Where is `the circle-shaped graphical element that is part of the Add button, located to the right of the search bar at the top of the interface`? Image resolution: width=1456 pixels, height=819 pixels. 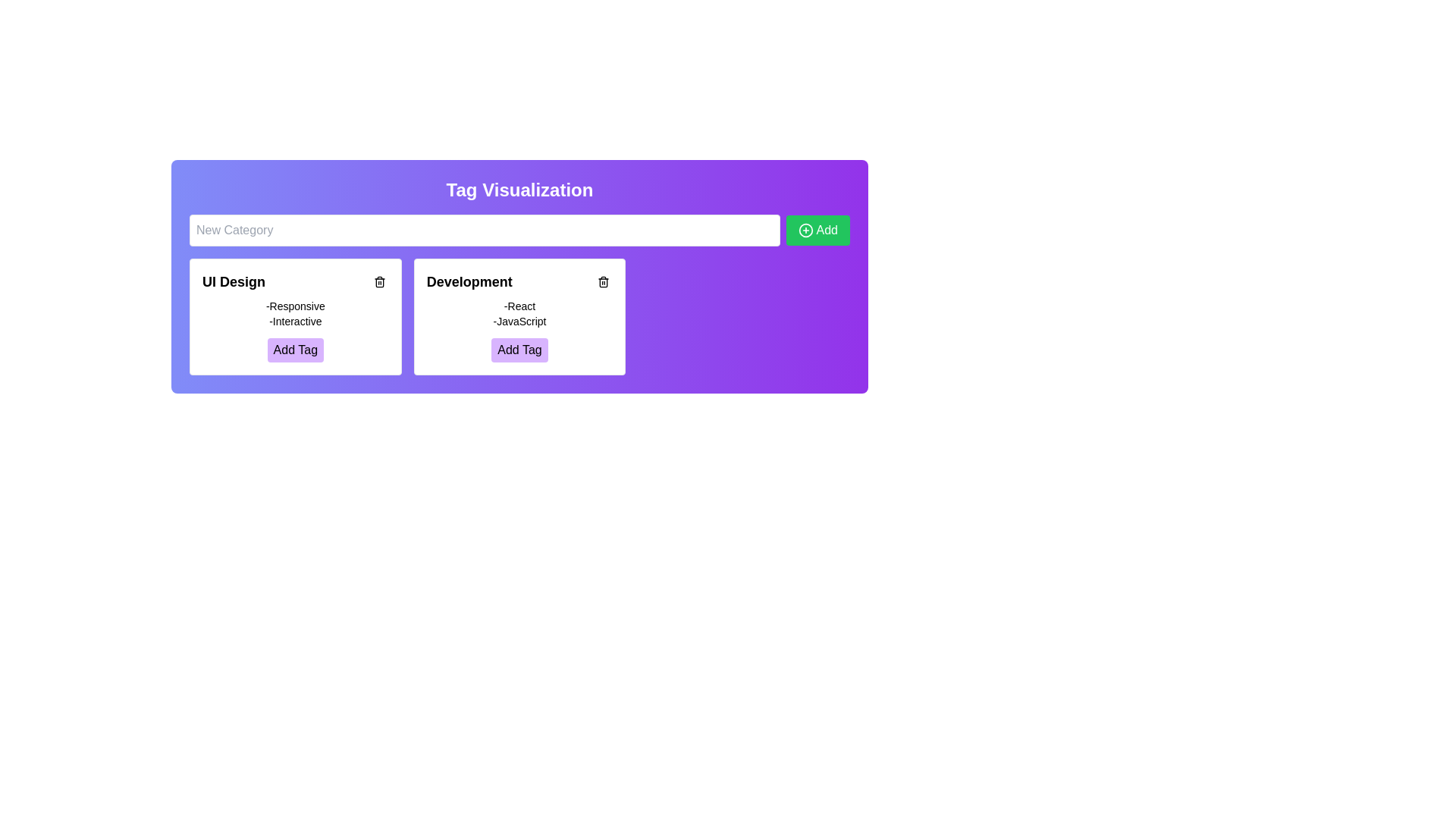 the circle-shaped graphical element that is part of the Add button, located to the right of the search bar at the top of the interface is located at coordinates (805, 231).